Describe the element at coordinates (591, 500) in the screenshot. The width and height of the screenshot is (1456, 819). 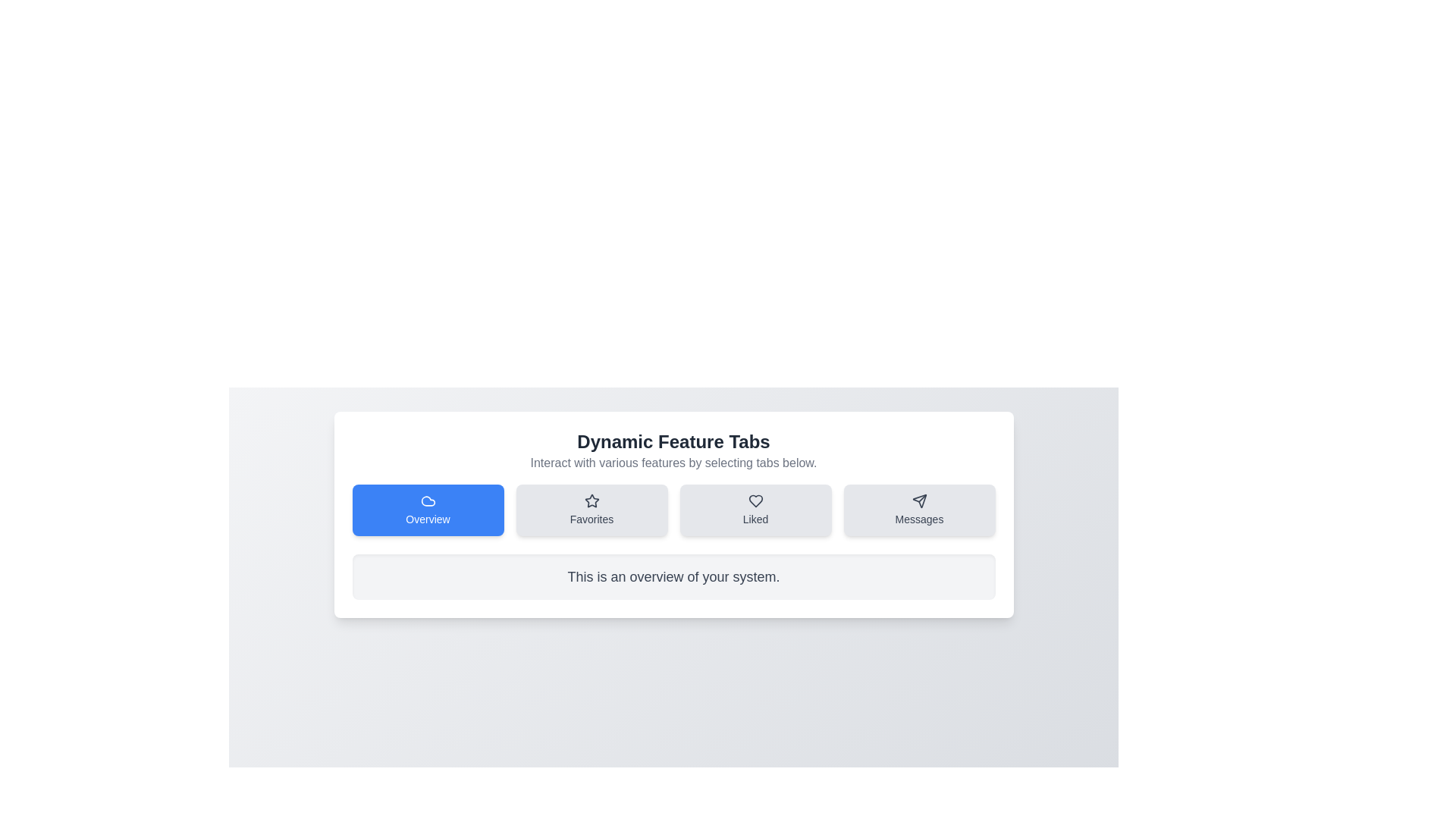
I see `the 'Favorites' tab icon which is the second tab in a horizontal tab group, located centrally in the interface next to the 'Overview' tab` at that location.